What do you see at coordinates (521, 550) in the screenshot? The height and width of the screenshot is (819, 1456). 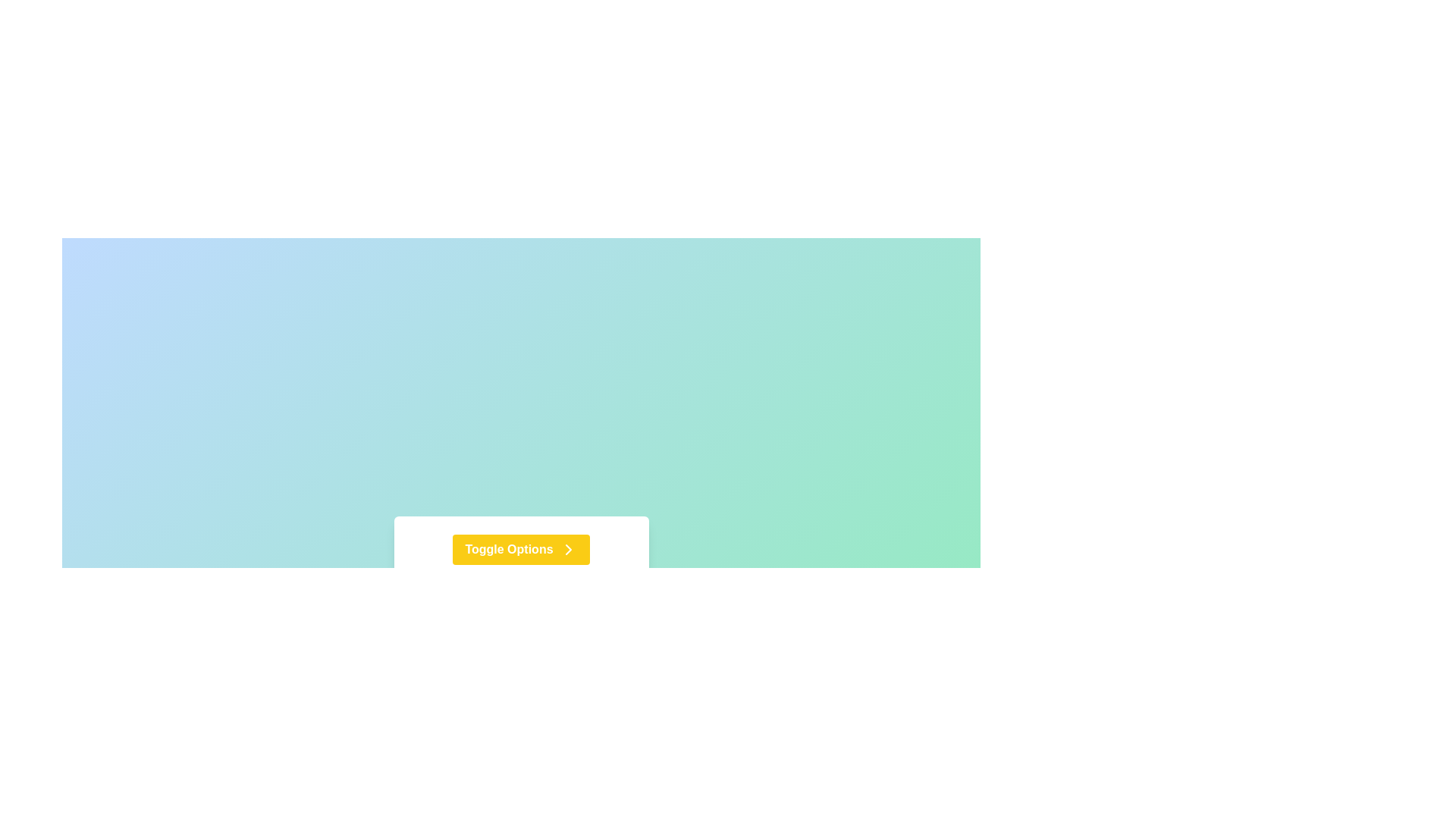 I see `the 'Toggle Options' button, which is a rectangular button with rounded corners, bright yellow background, and bold white text, located at the top center of the interface` at bounding box center [521, 550].